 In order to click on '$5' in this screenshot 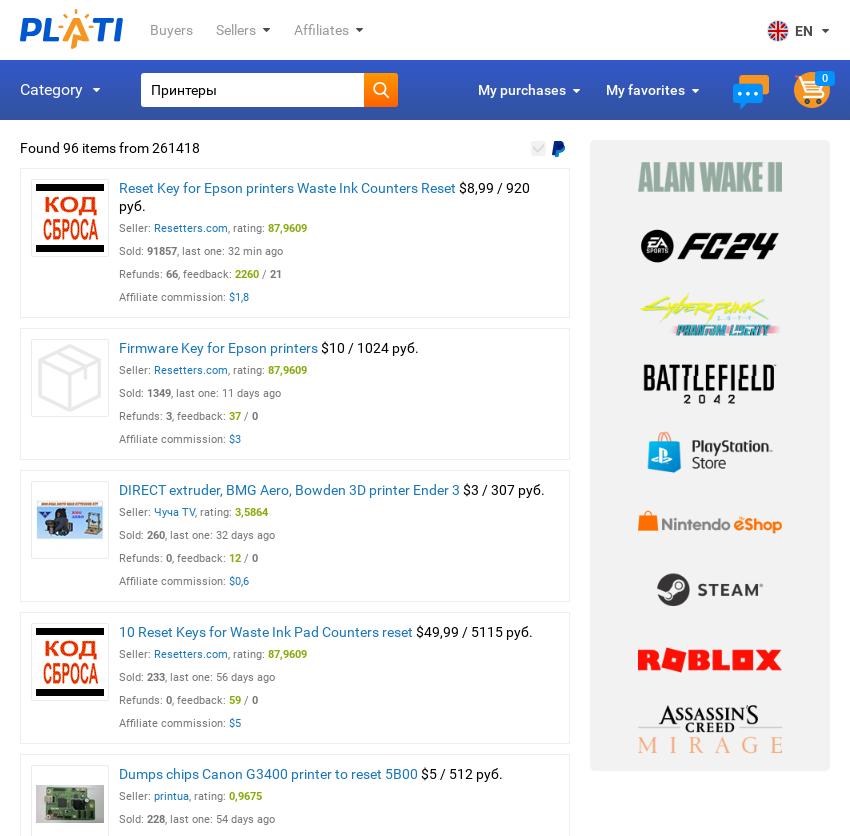, I will do `click(235, 723)`.